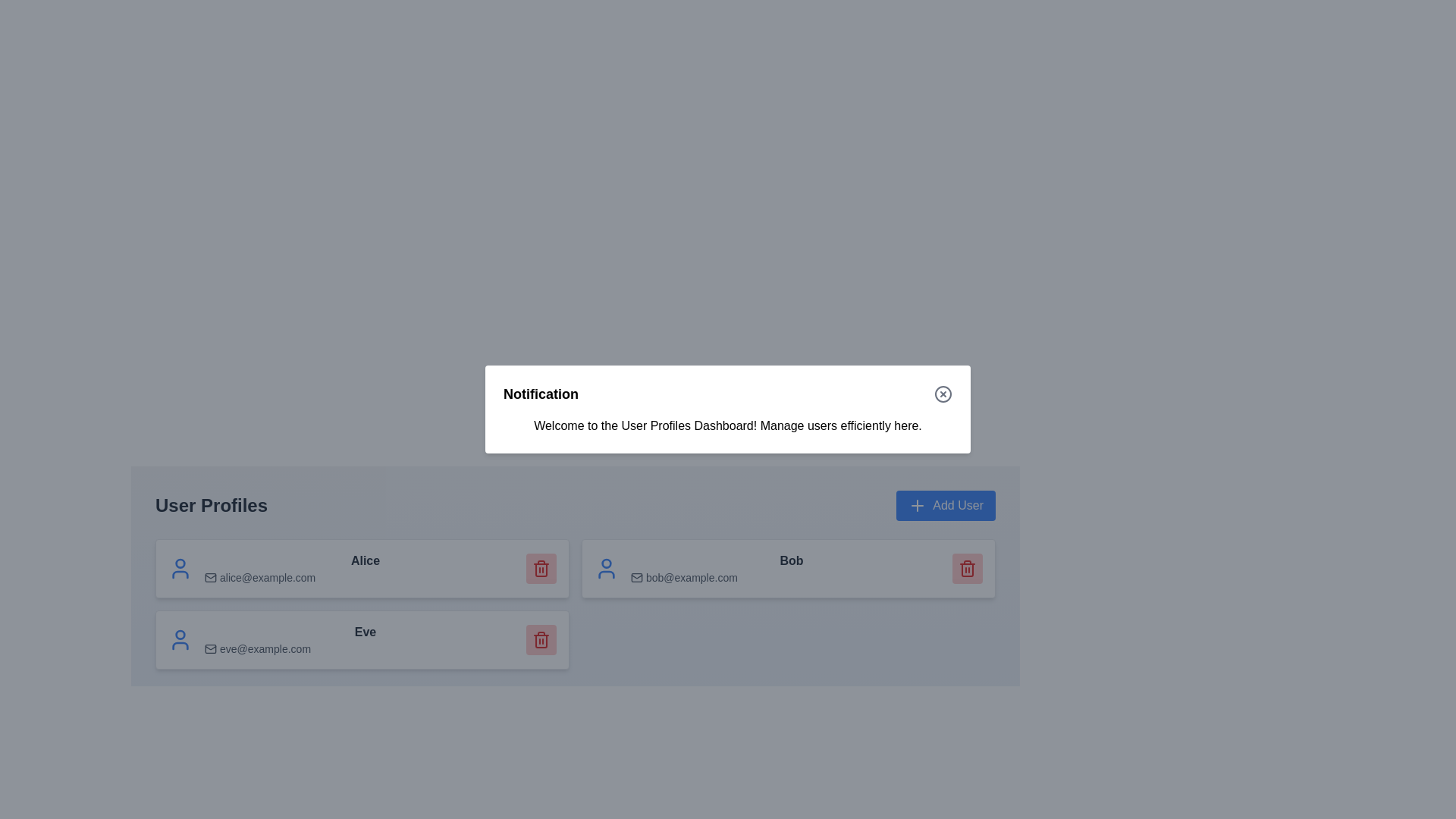 The image size is (1456, 819). Describe the element at coordinates (942, 394) in the screenshot. I see `the Close button located in the top-right corner of the notification modal` at that location.